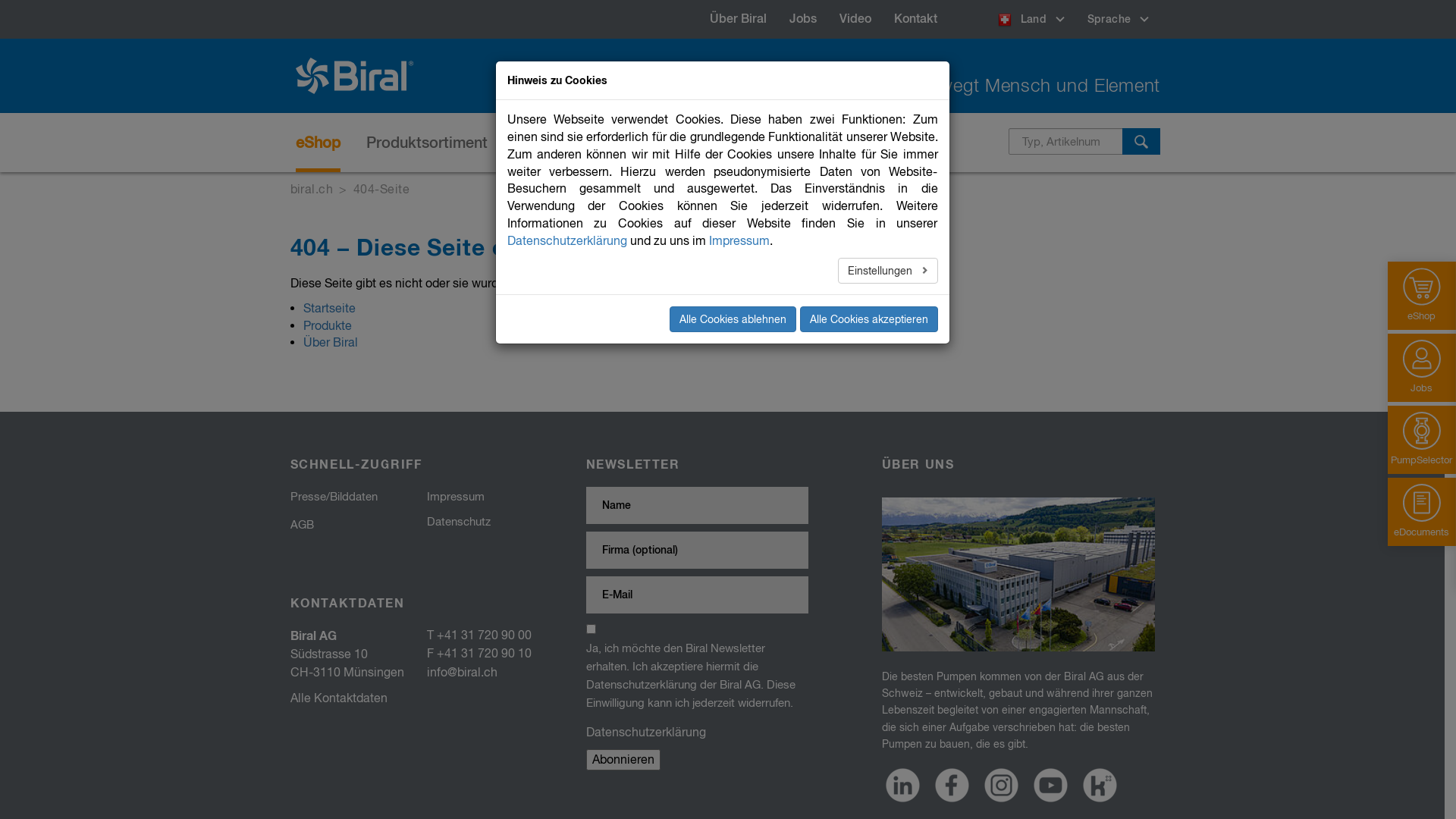  Describe the element at coordinates (457, 520) in the screenshot. I see `'Datenschutz'` at that location.